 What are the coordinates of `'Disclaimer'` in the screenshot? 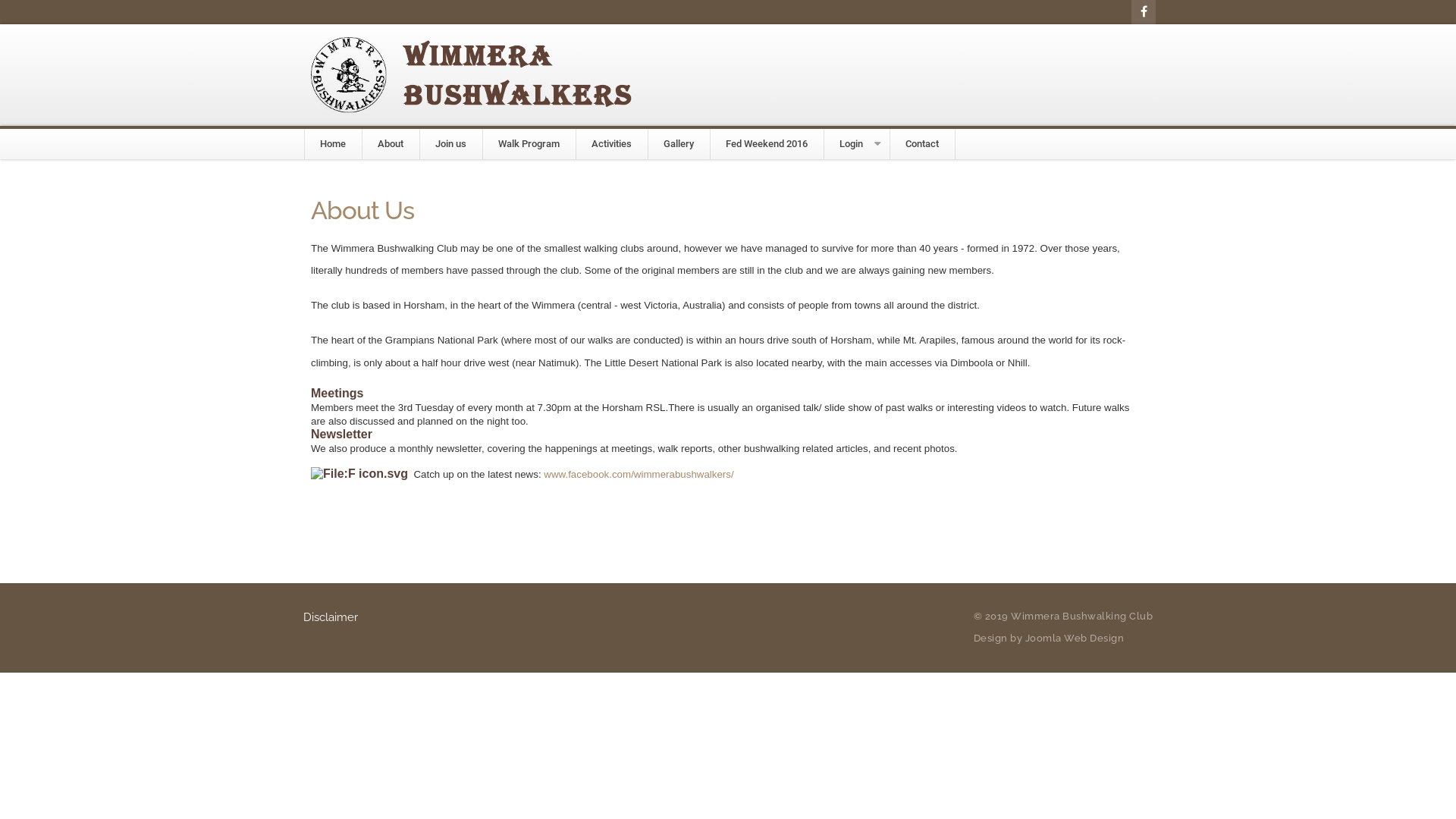 It's located at (334, 617).